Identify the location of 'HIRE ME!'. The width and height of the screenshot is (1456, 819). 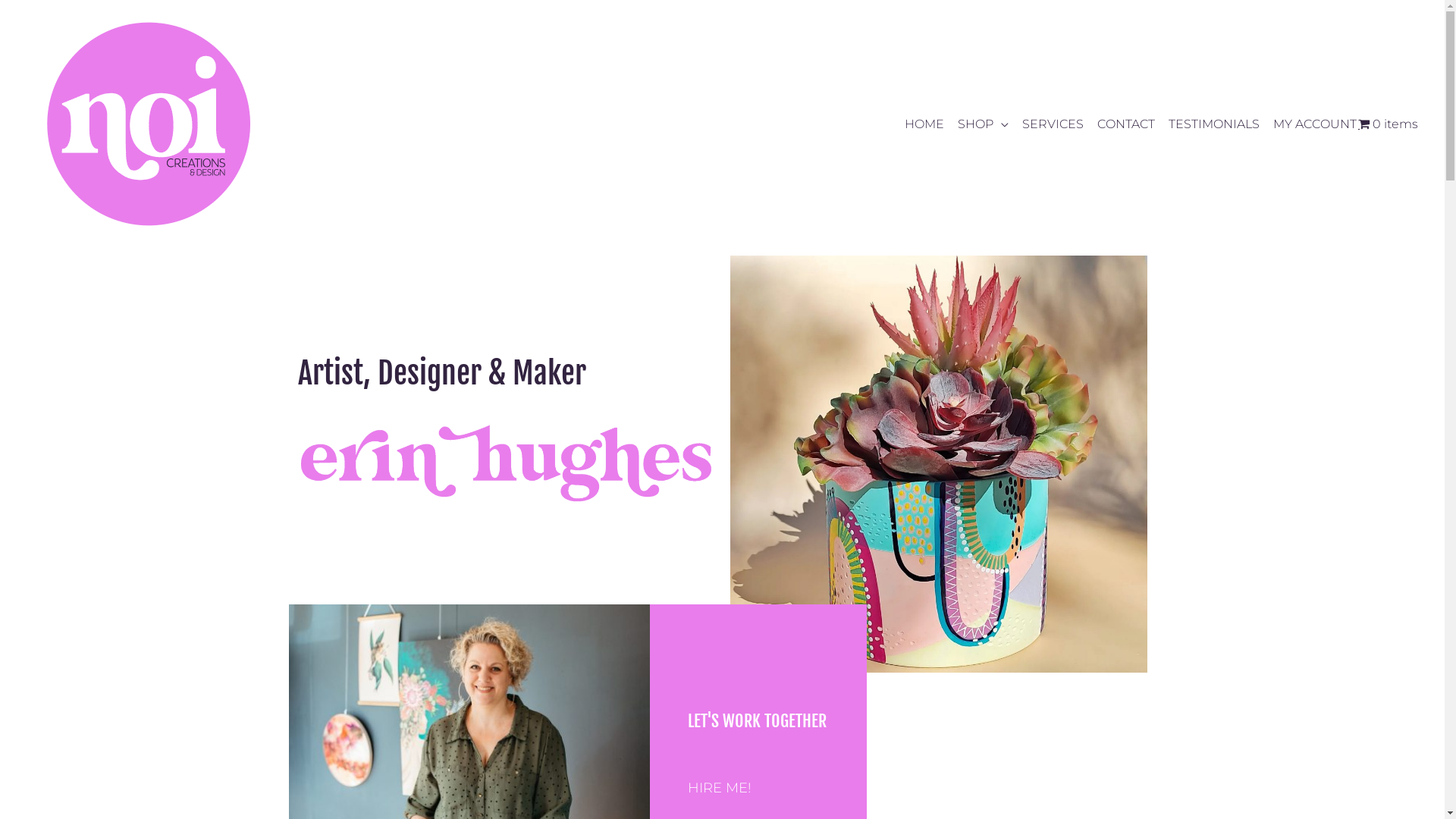
(719, 786).